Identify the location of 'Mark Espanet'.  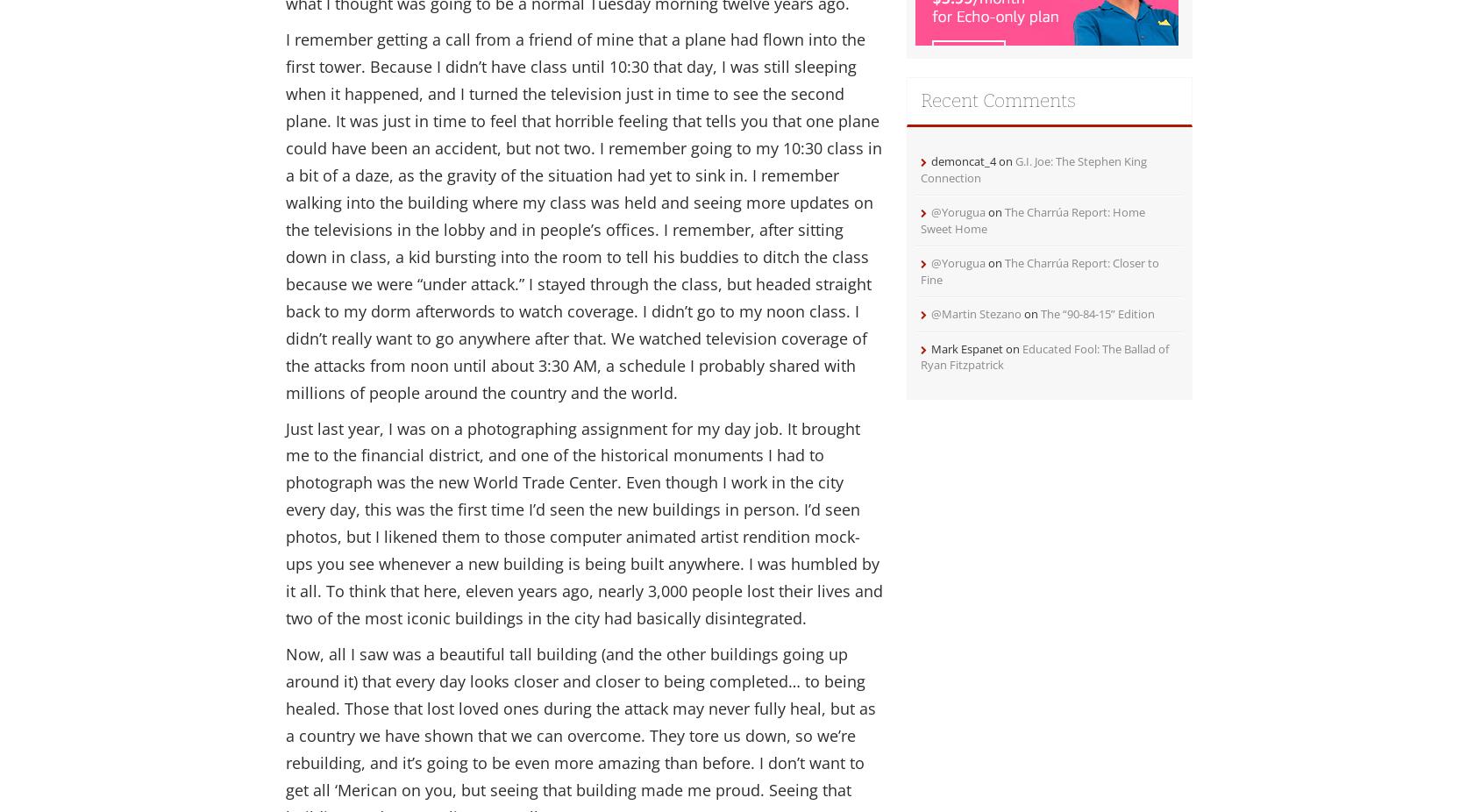
(930, 347).